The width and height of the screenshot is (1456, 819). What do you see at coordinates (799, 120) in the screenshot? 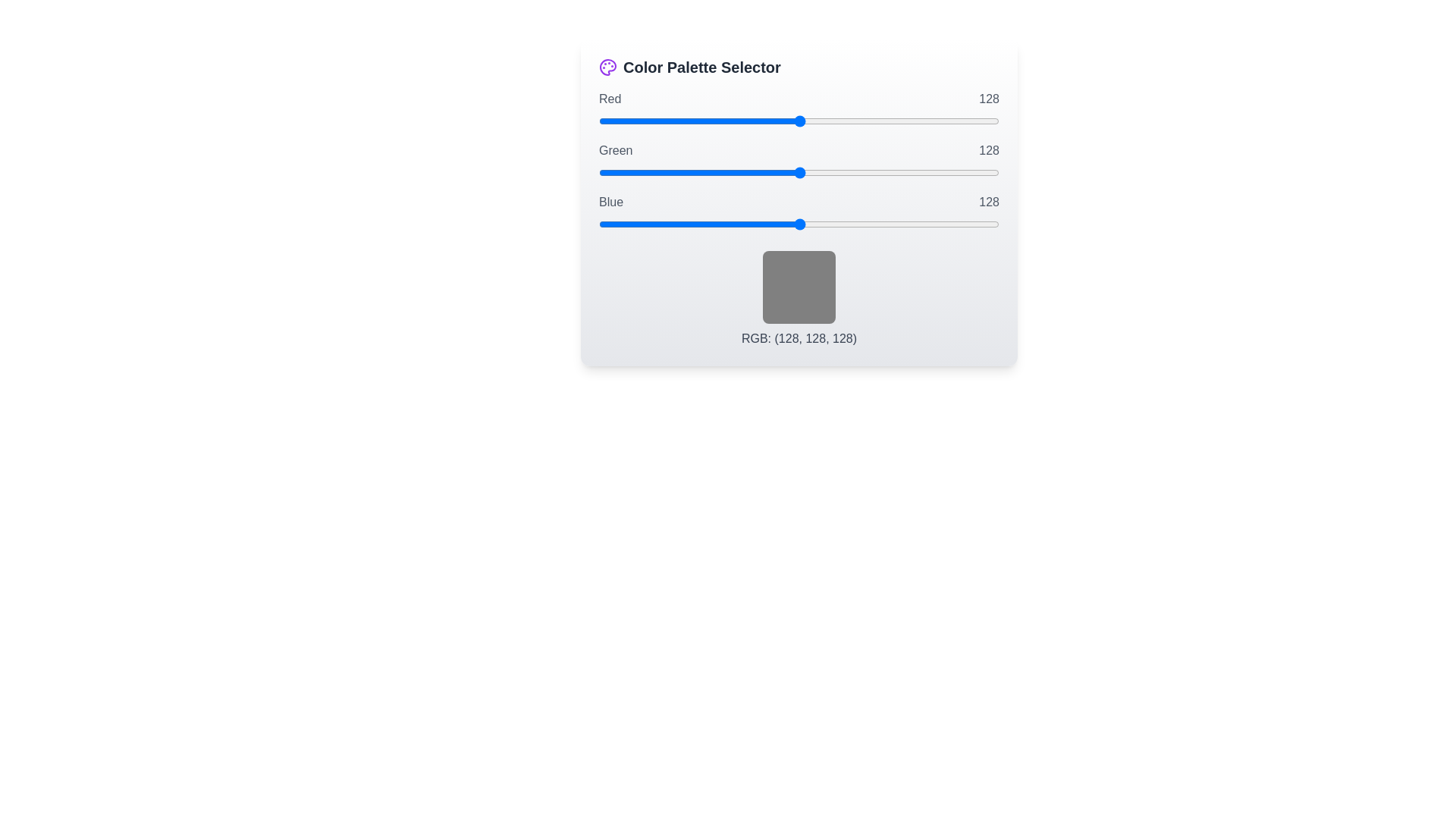
I see `the 0 slider to 76 to observe the color preview box update` at bounding box center [799, 120].